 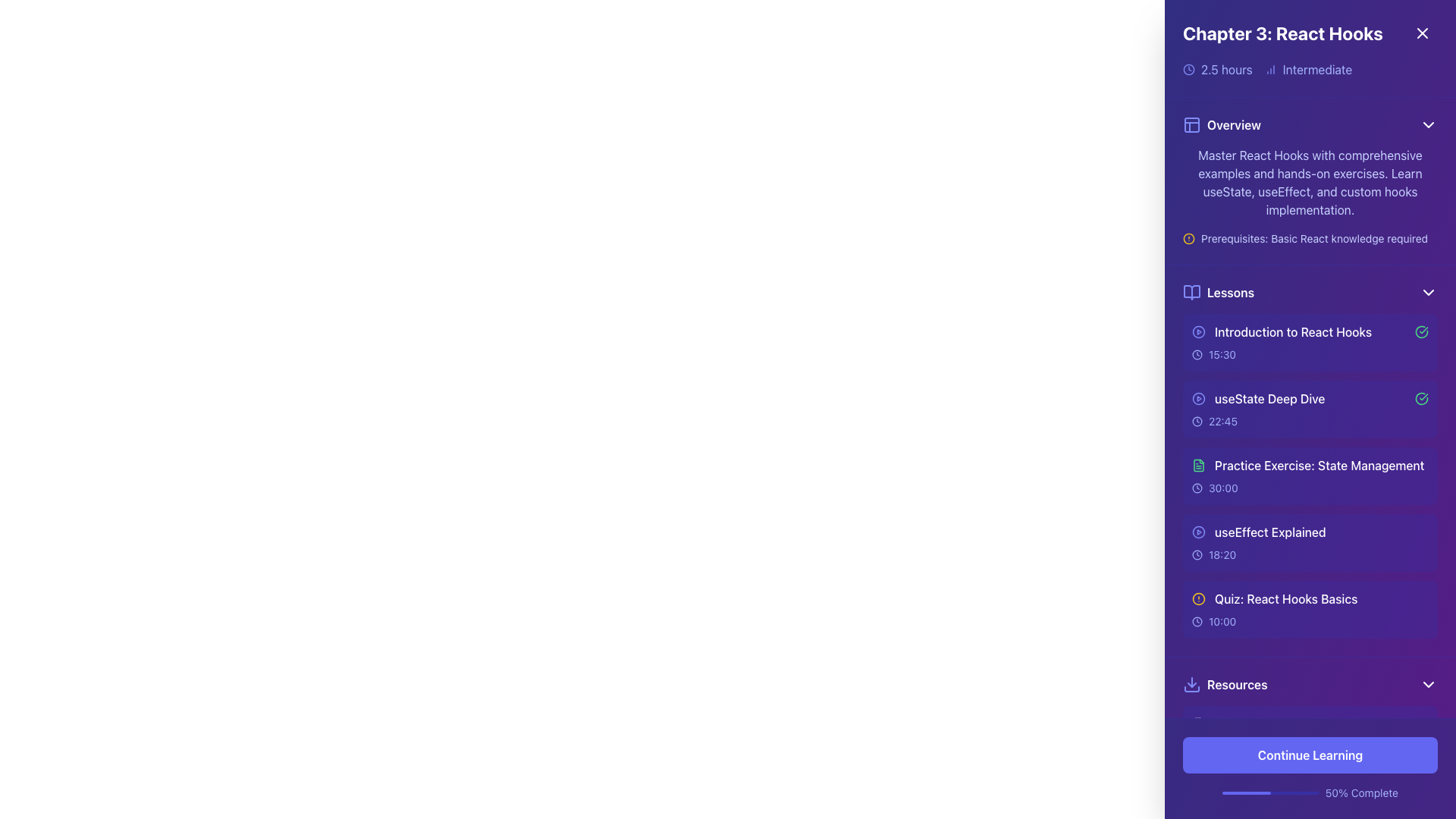 I want to click on the lesson entry titled 'Introduction to React Hooks' located in the Lessons section, so click(x=1310, y=331).